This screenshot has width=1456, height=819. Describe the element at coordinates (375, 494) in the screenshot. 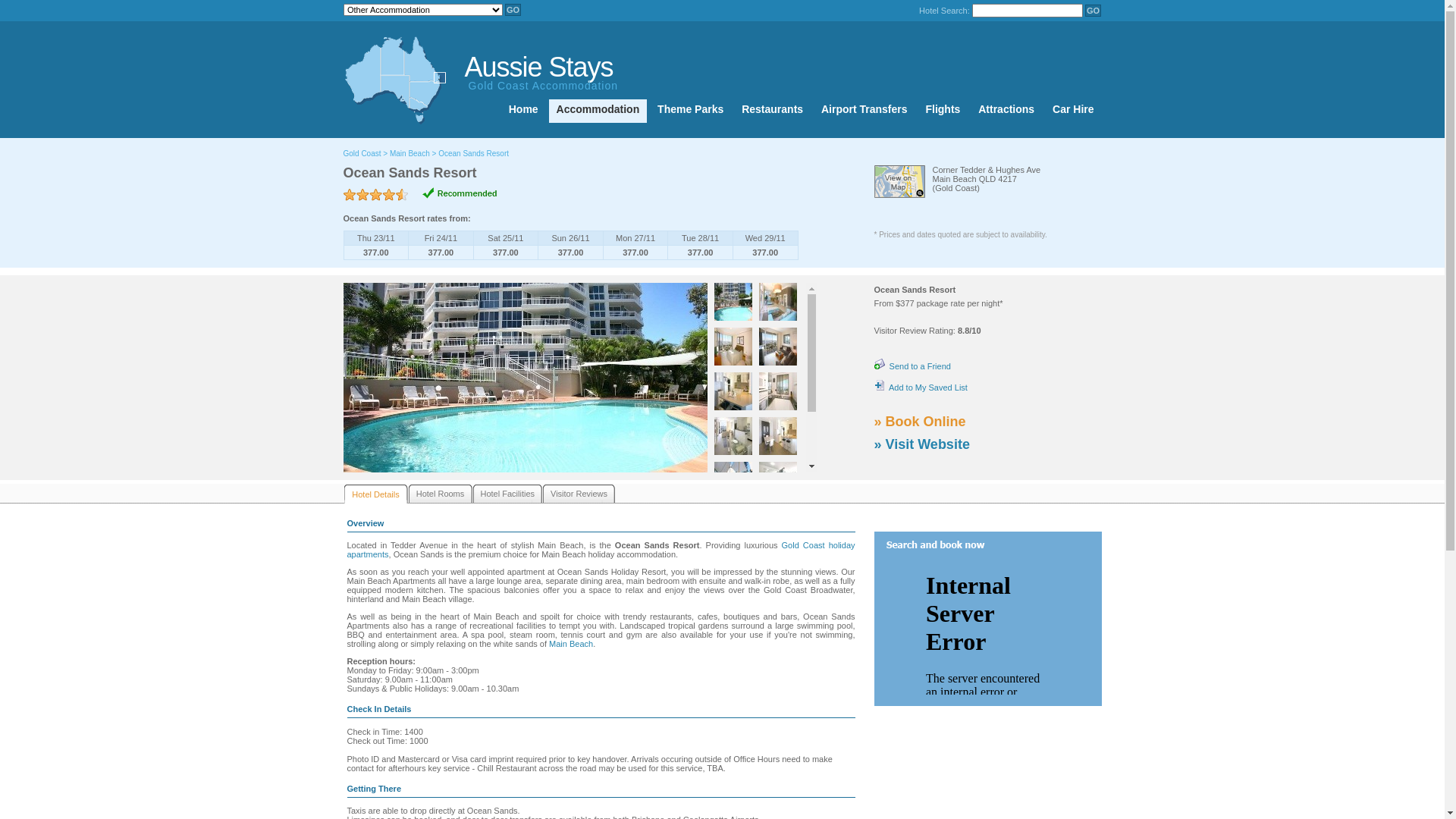

I see `'Hotel Details'` at that location.